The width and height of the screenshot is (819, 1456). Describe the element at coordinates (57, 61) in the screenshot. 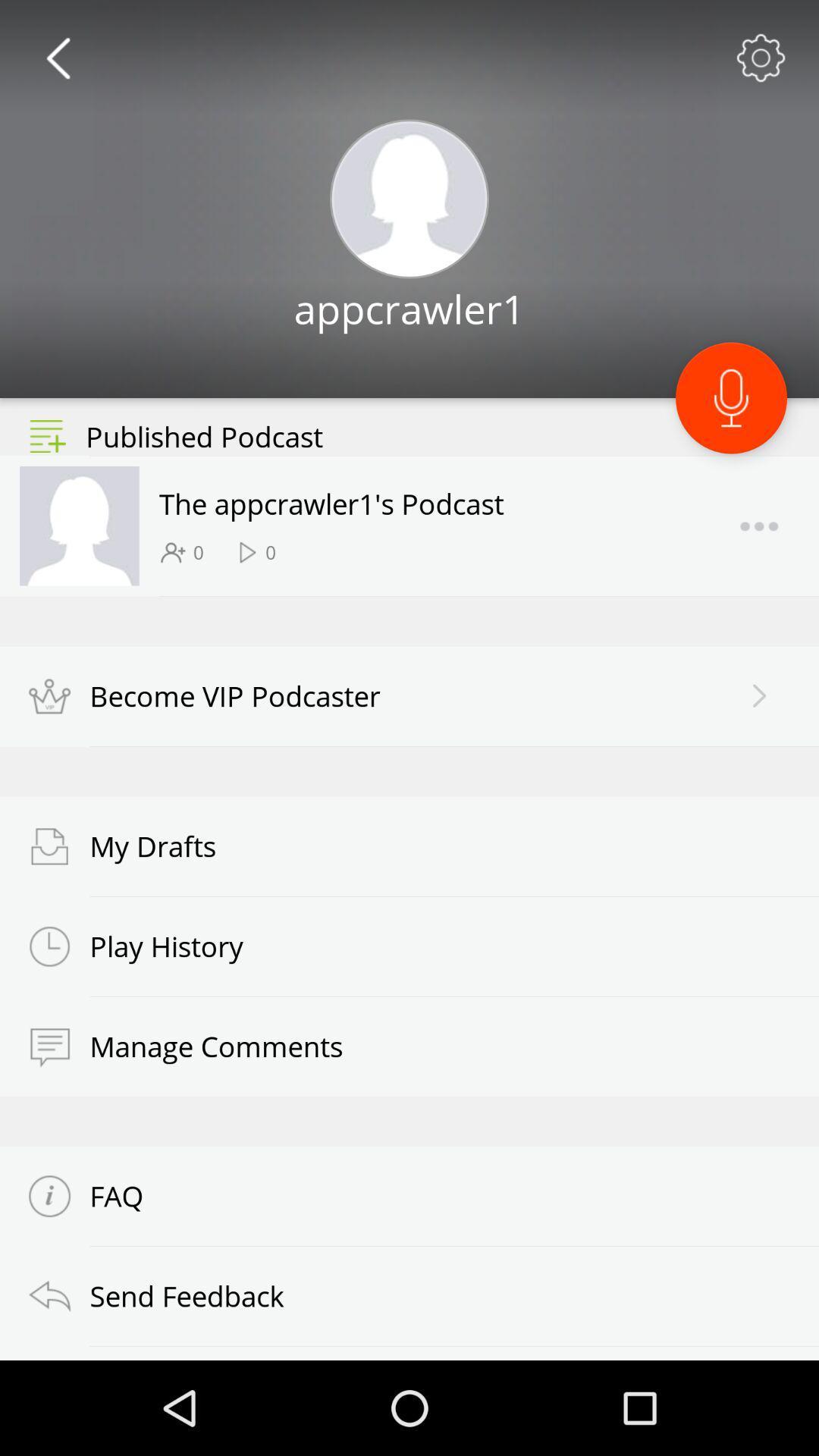

I see `the arrow_backward icon` at that location.